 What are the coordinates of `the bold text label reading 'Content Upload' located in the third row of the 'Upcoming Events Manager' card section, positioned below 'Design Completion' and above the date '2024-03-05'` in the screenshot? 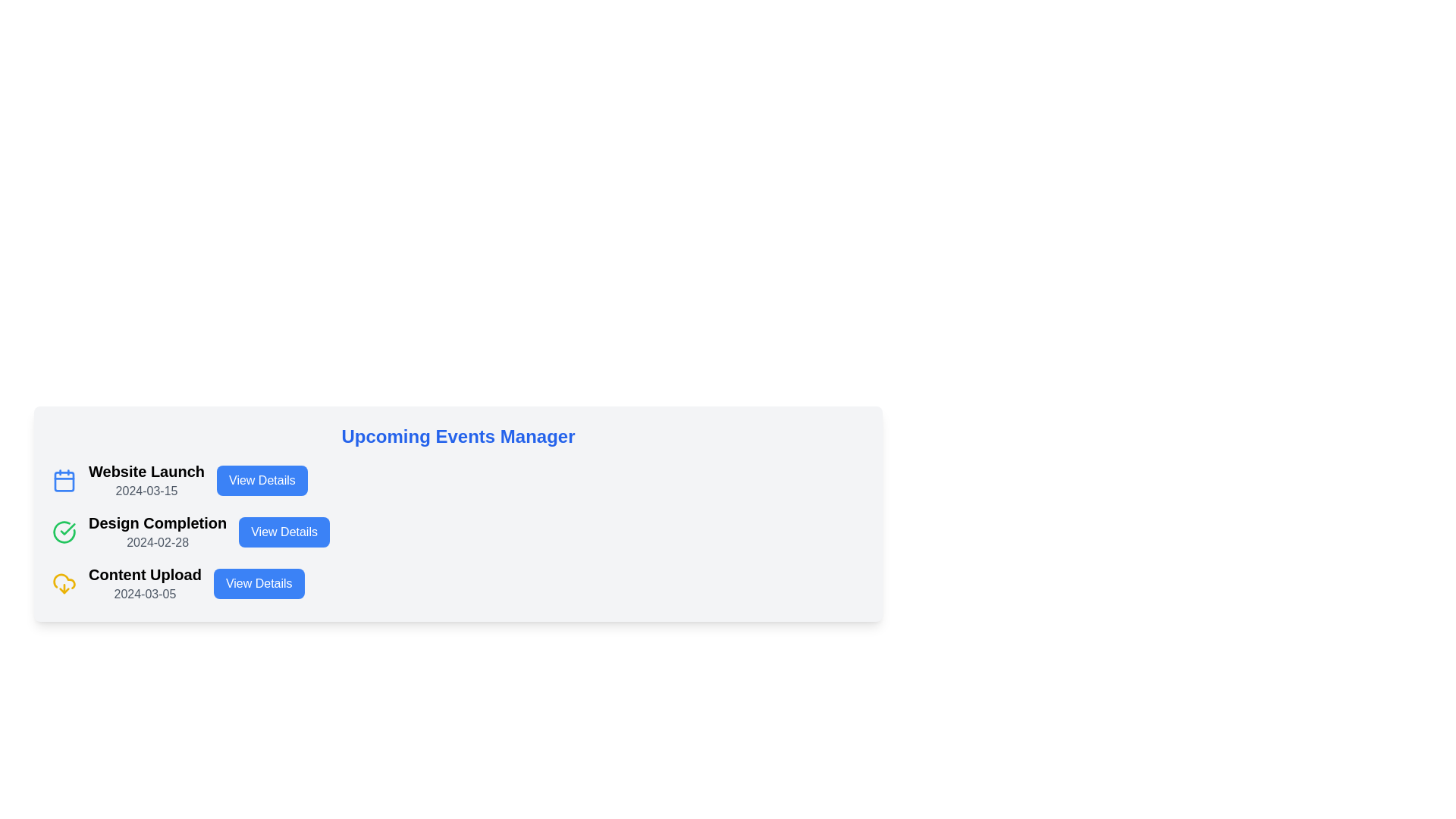 It's located at (145, 575).